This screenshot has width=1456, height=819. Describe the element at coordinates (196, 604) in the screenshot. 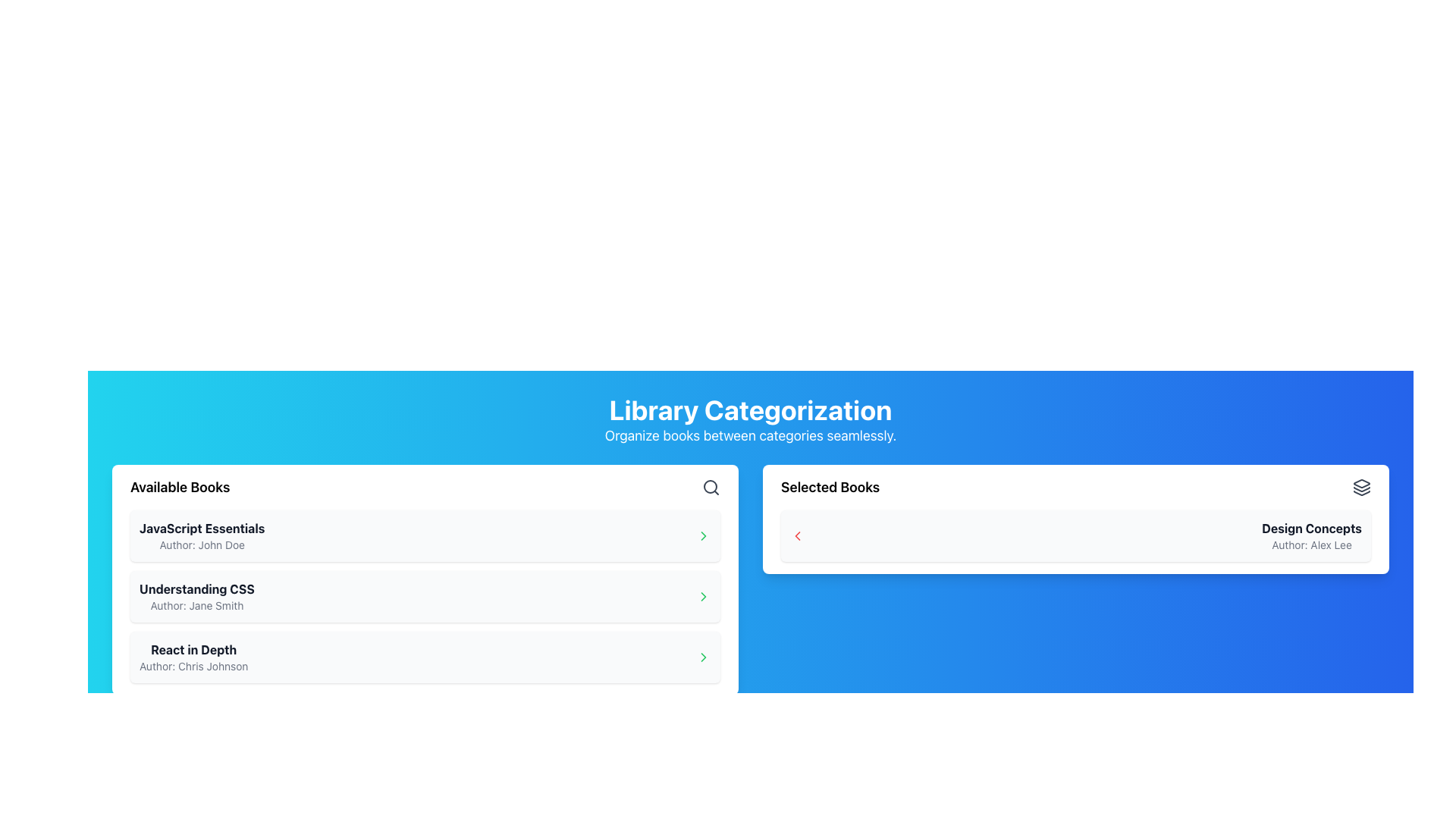

I see `the text label displaying 'Author: Jane Smith' located under the title 'Understanding CSS' in the 'Available Books' section` at that location.